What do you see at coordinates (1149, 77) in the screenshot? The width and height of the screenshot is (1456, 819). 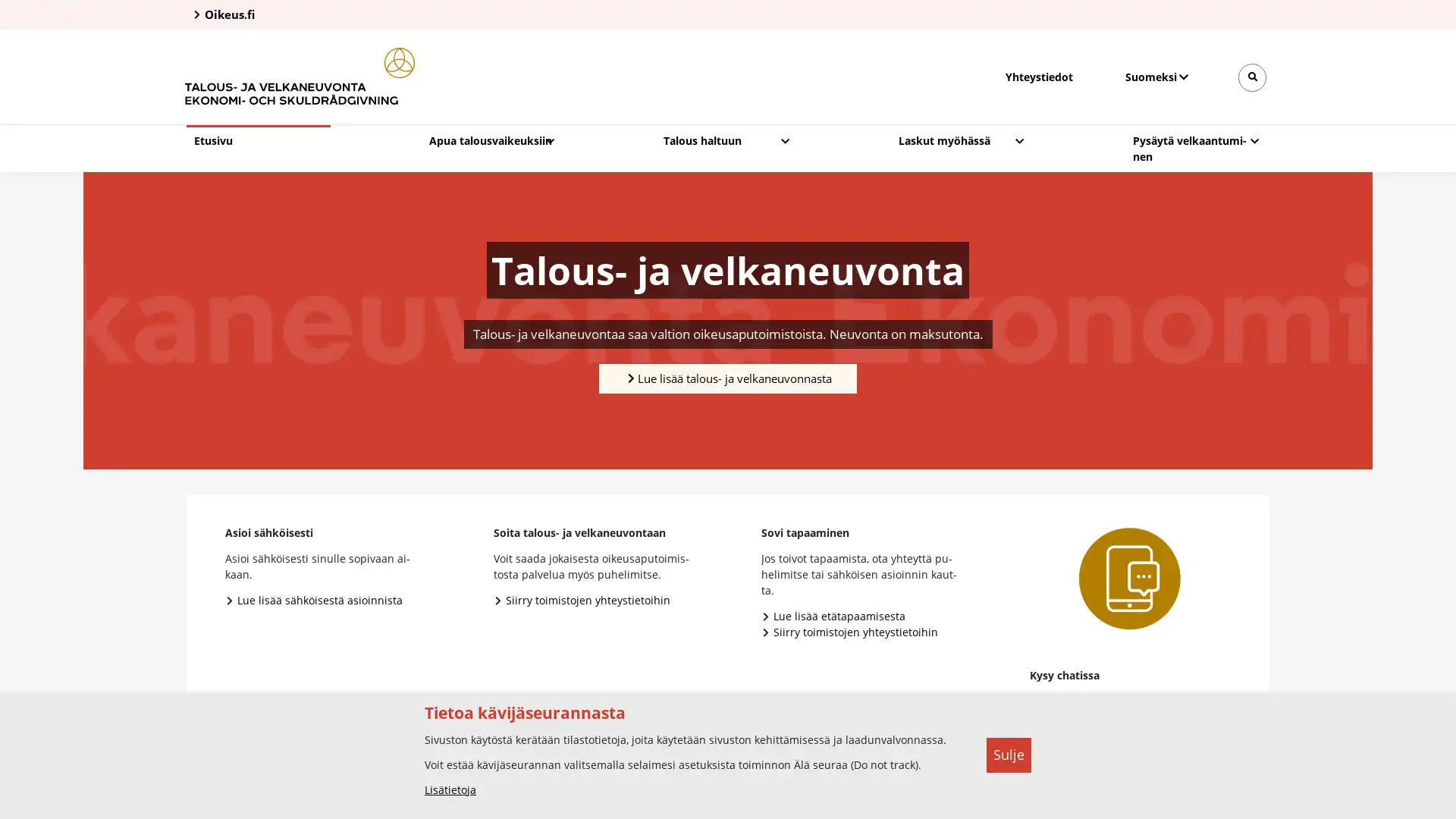 I see `Valitse kieli, Valj sprak, Select language` at bounding box center [1149, 77].